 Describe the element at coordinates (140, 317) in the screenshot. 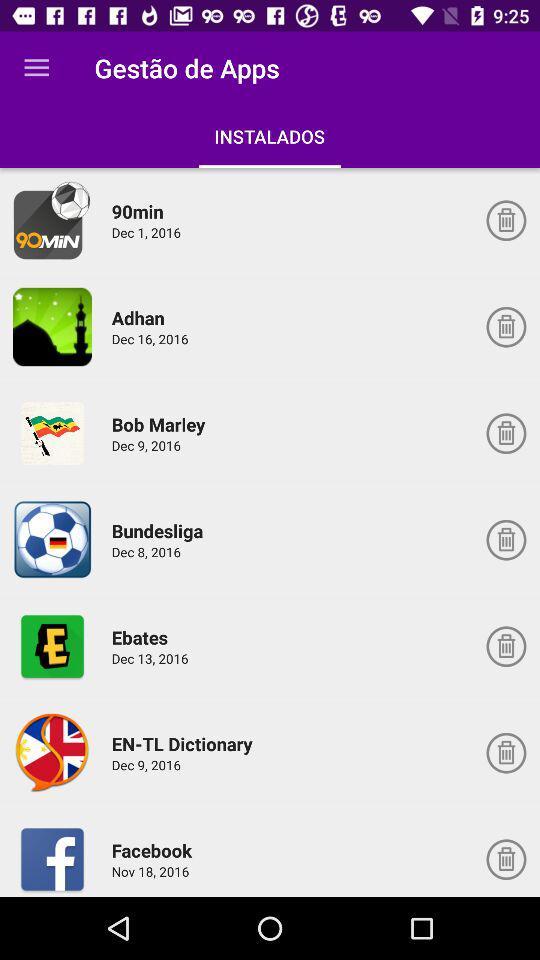

I see `the icon below the dec 1, 2016 icon` at that location.